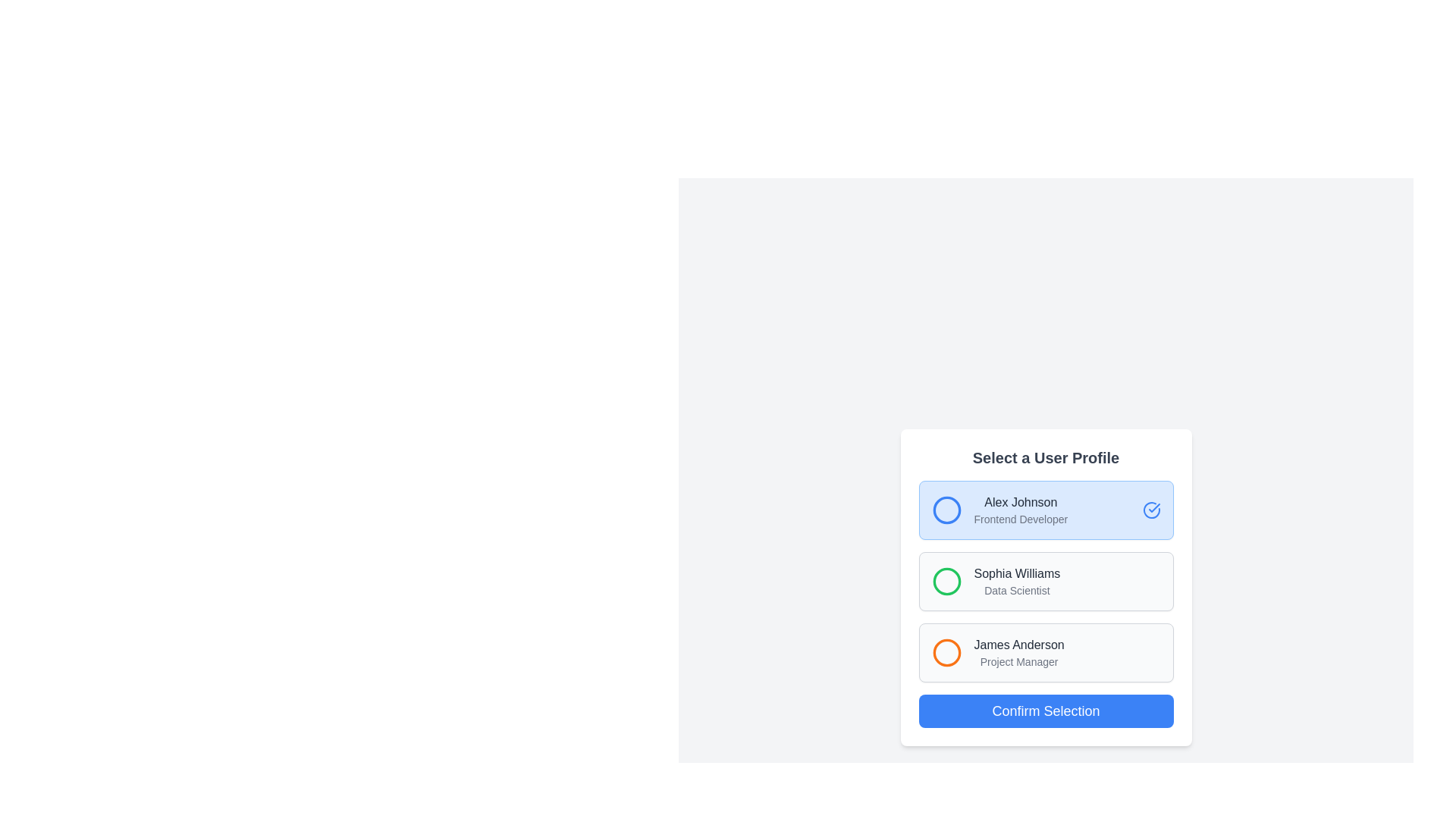 The height and width of the screenshot is (819, 1456). I want to click on the static header text label at the top of the user profile selection card, which indicates the purpose of the card, so click(1045, 457).